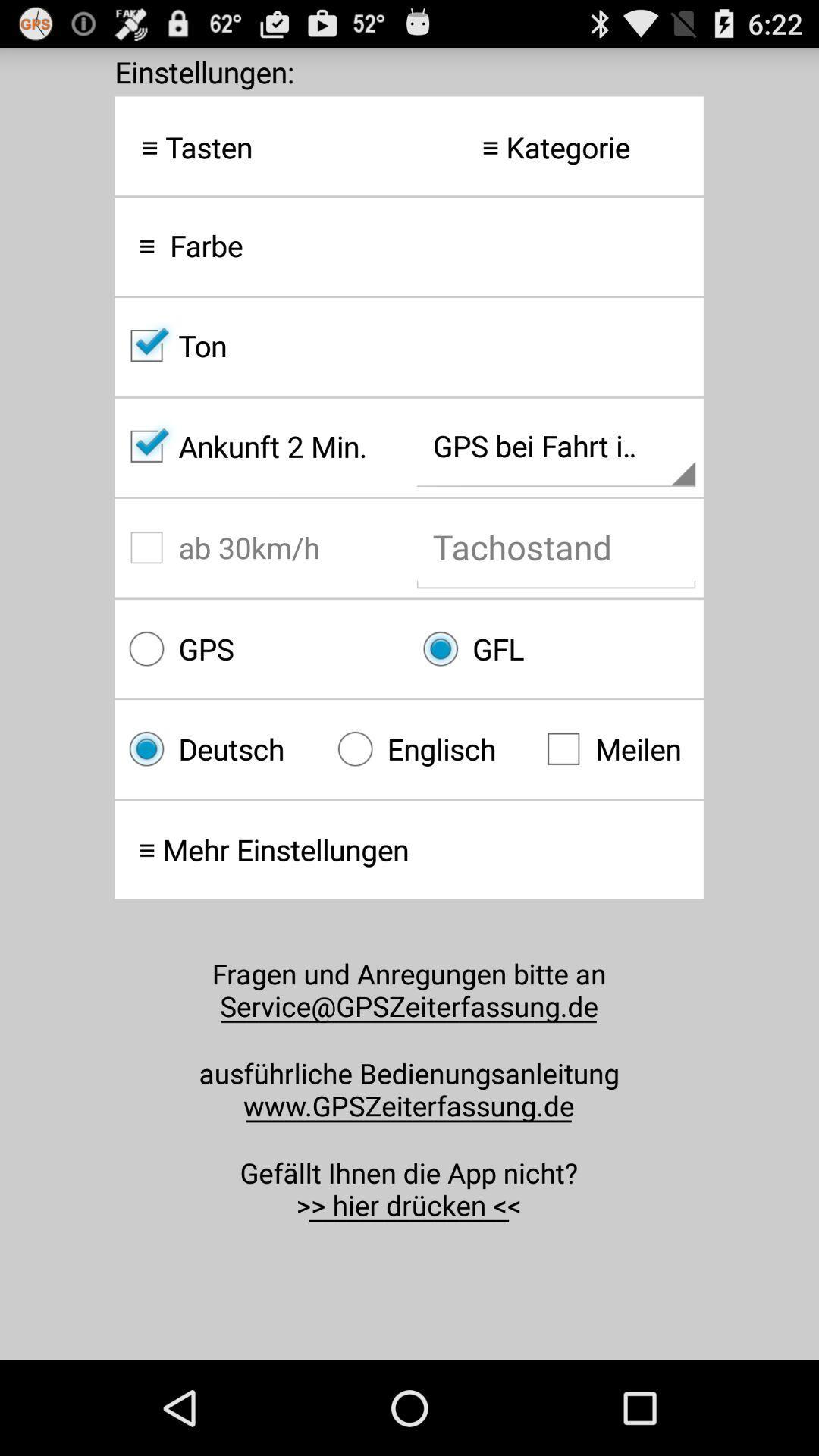  I want to click on item above the ankunft 2 min. icon, so click(408, 345).